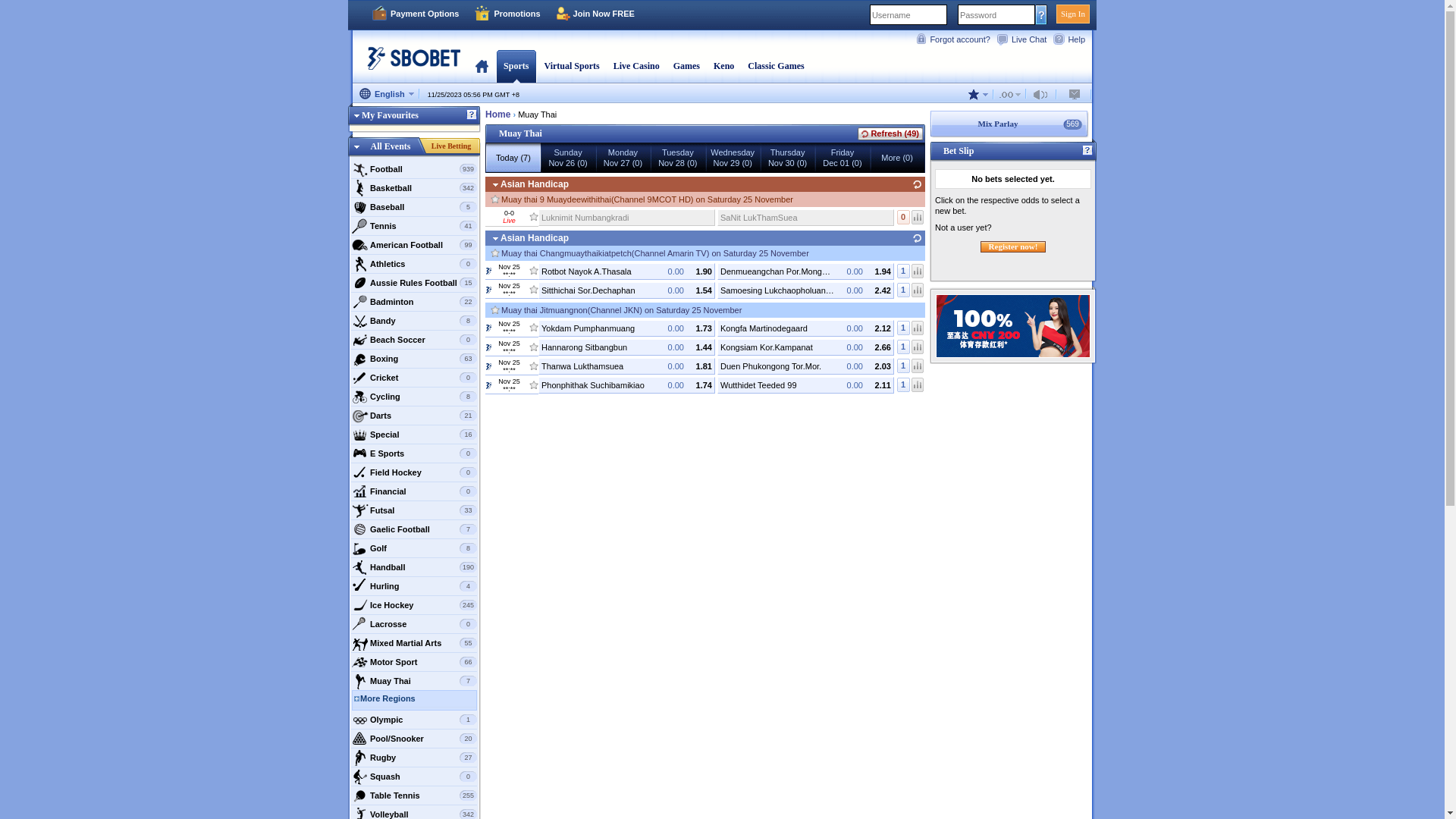 The width and height of the screenshot is (1456, 819). Describe the element at coordinates (414, 301) in the screenshot. I see `'Badminton` at that location.